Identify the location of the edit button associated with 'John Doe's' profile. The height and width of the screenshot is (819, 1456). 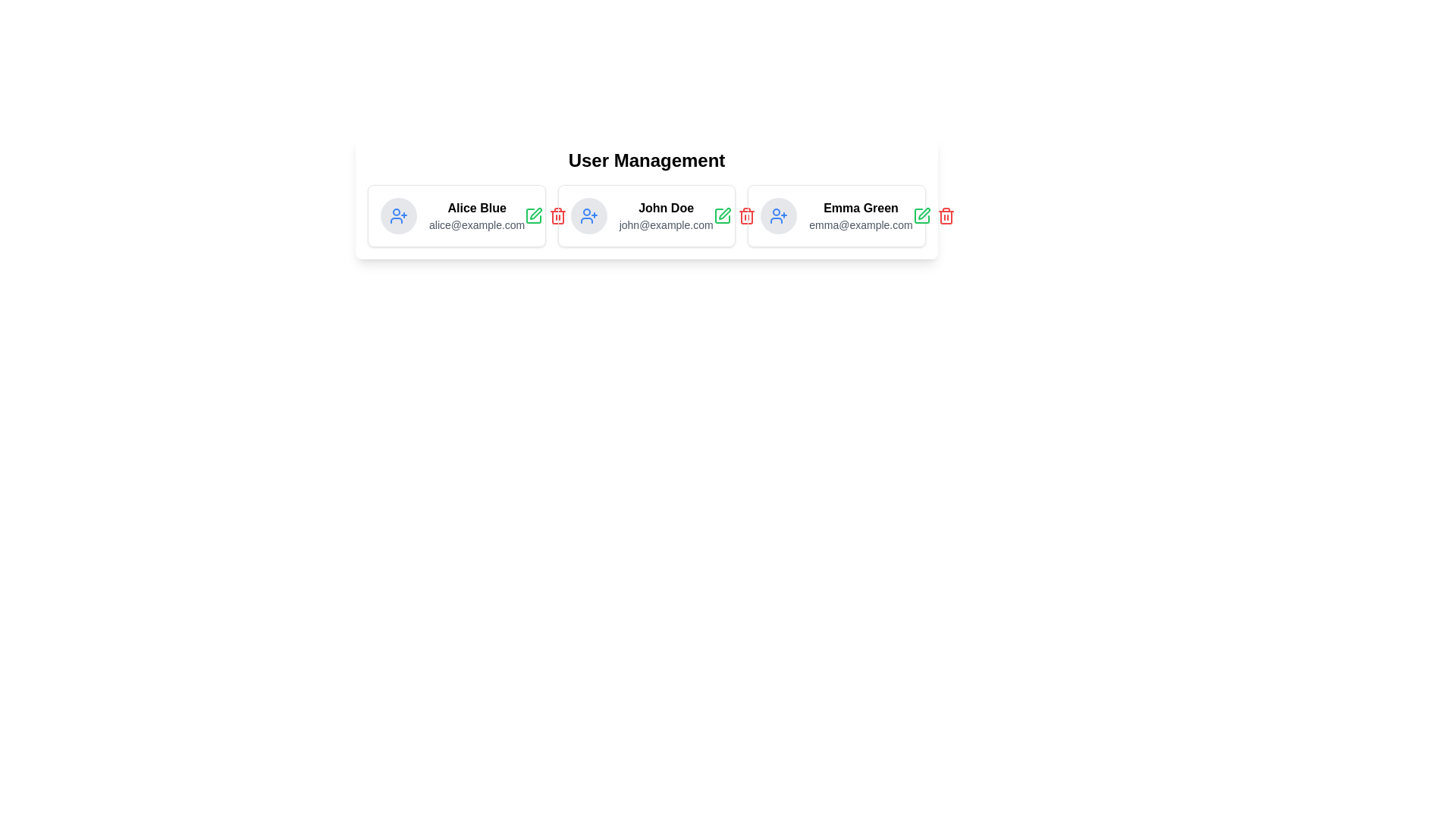
(721, 216).